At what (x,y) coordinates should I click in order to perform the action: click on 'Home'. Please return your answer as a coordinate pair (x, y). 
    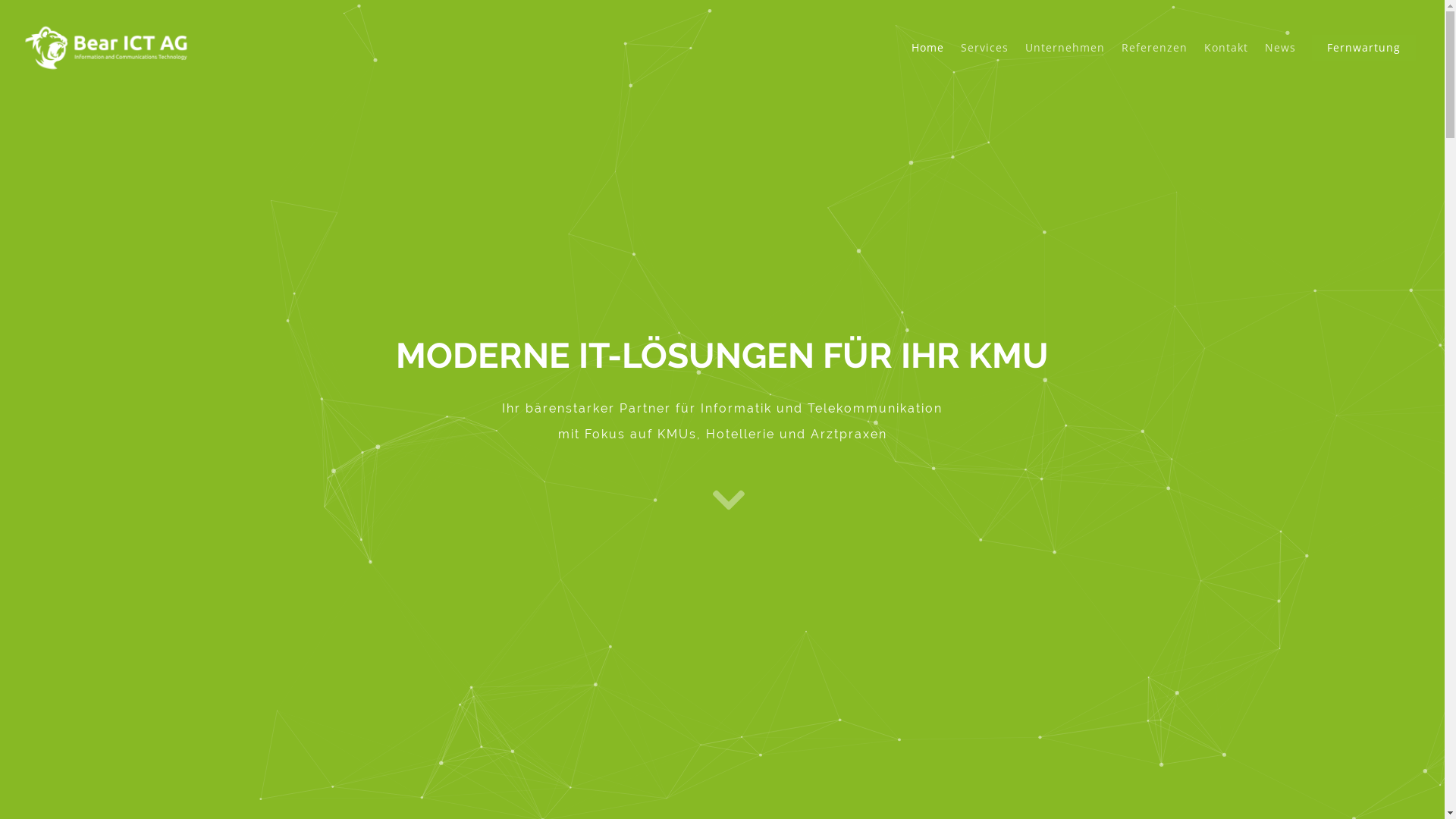
    Looking at the image, I should click on (927, 58).